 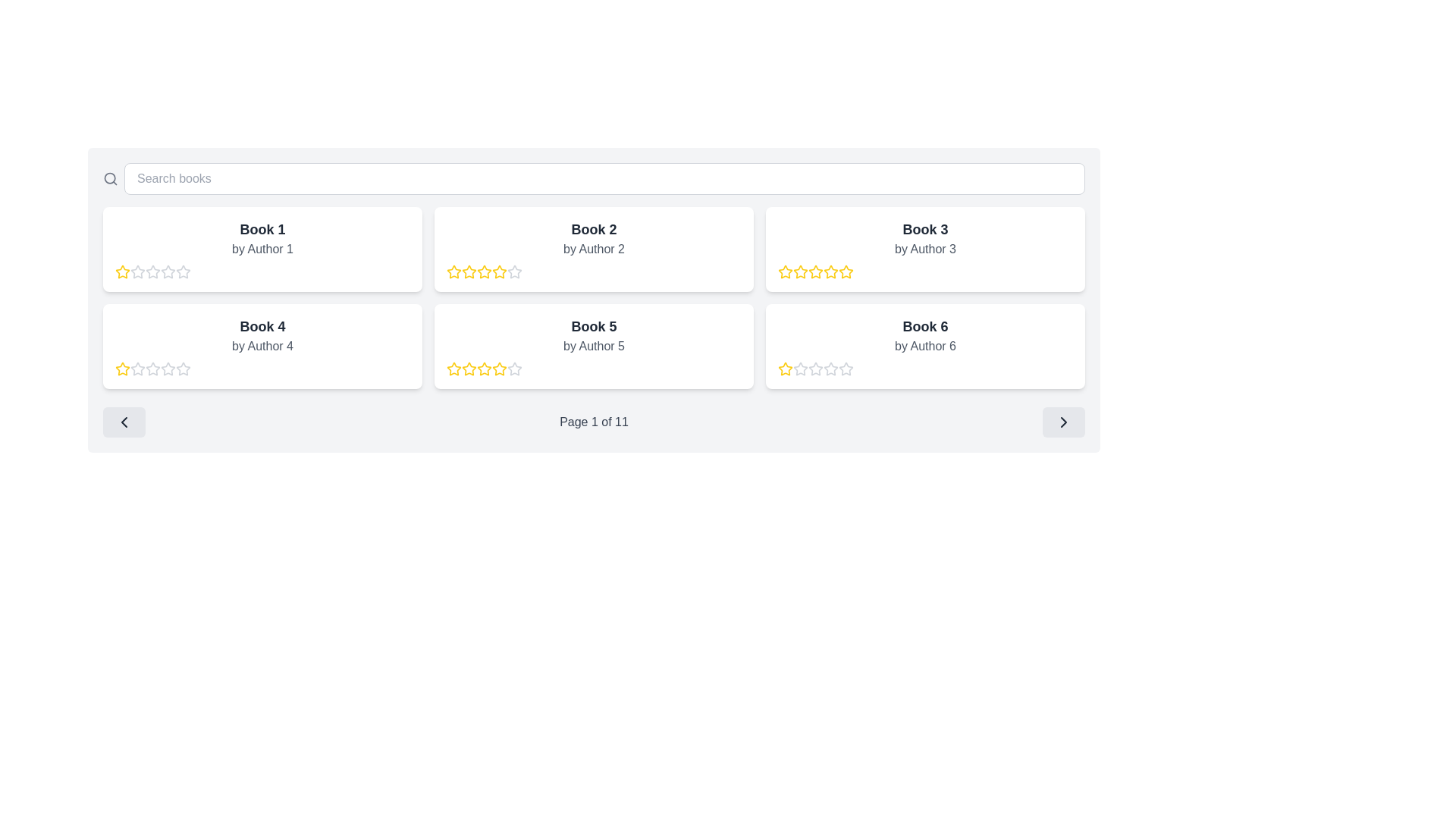 What do you see at coordinates (123, 369) in the screenshot?
I see `the appearance of the highlighted yellow star icon, which is the first in the sequence of five stars located underneath the title 'Book 4' and 'by Author 4'` at bounding box center [123, 369].